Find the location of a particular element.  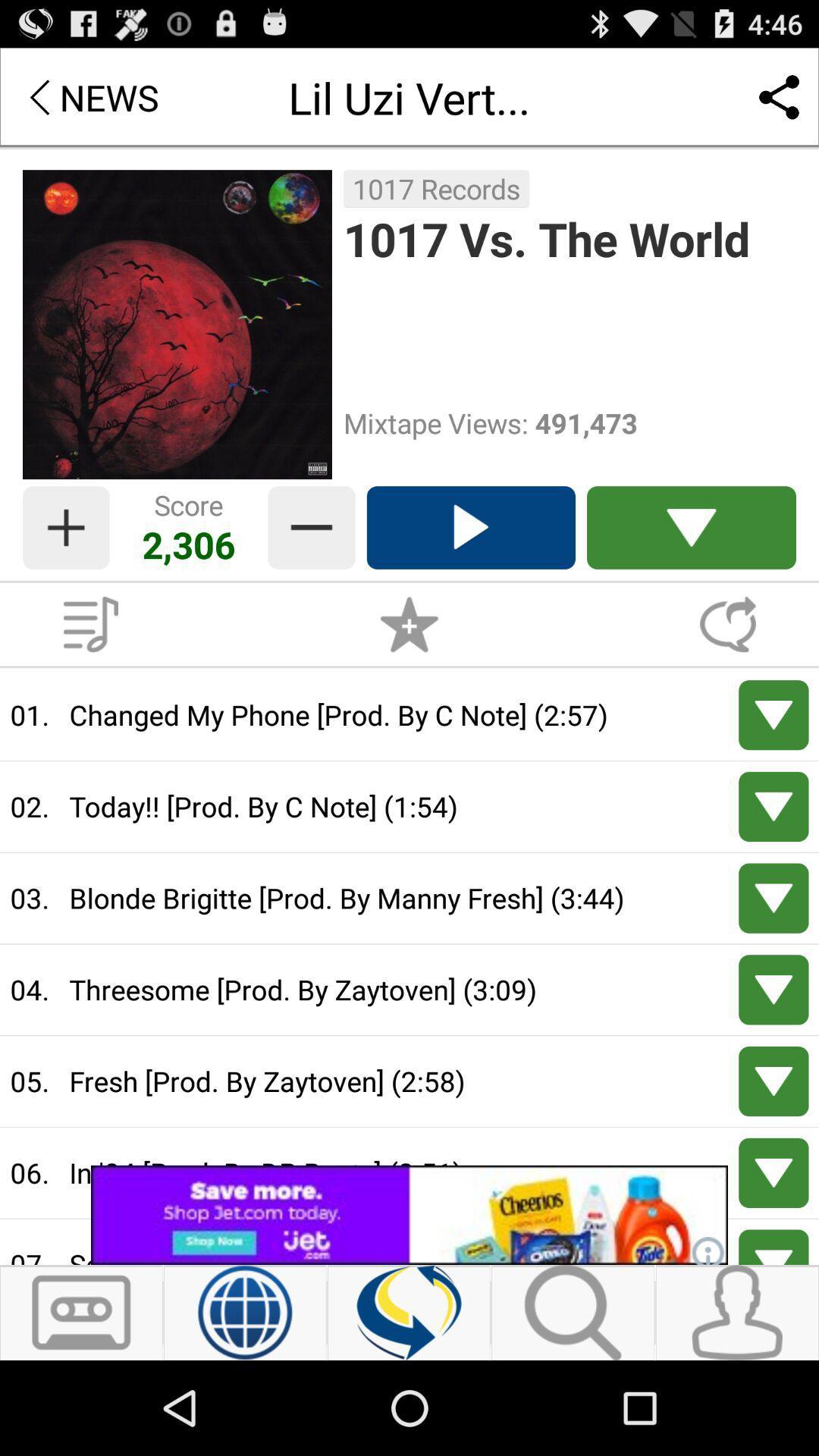

send a message is located at coordinates (727, 624).